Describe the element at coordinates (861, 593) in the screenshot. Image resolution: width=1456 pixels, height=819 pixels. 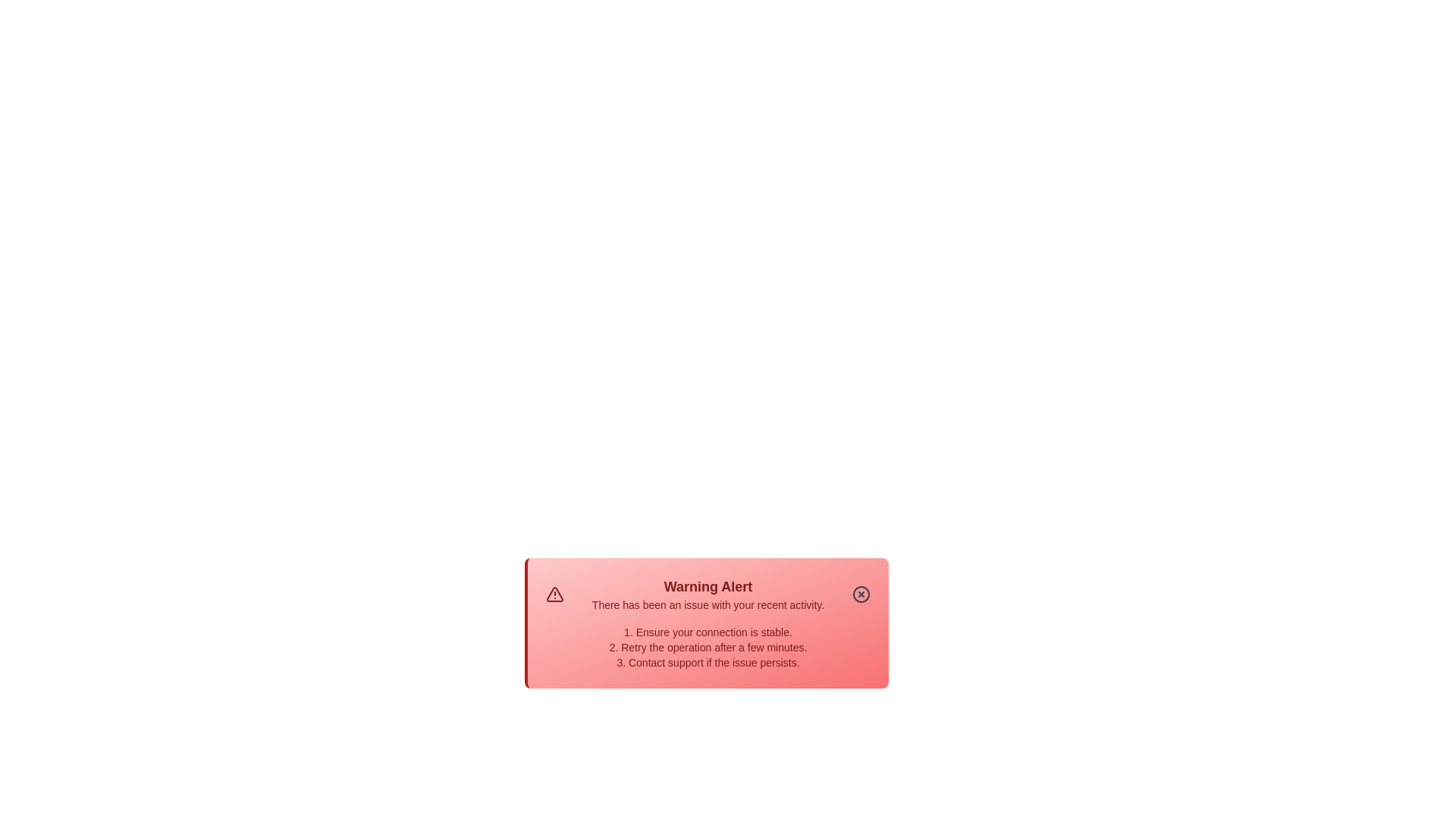
I see `the close button to dismiss the alert` at that location.